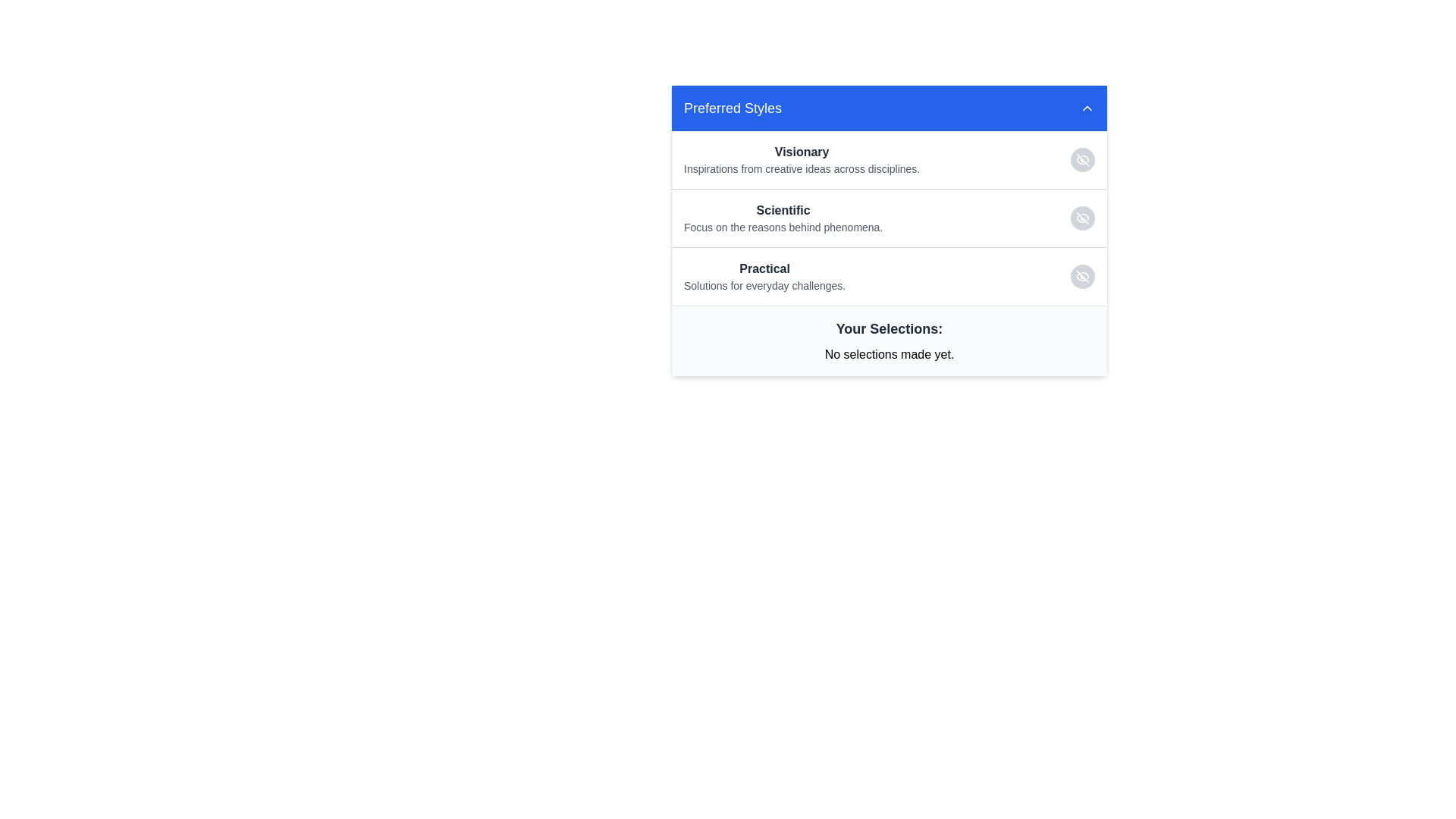 The width and height of the screenshot is (1456, 819). What do you see at coordinates (801, 152) in the screenshot?
I see `the Text Label that serves as a header for the section, positioned above the descriptive text 'Inspirations from creative ideas across disciplines.'` at bounding box center [801, 152].